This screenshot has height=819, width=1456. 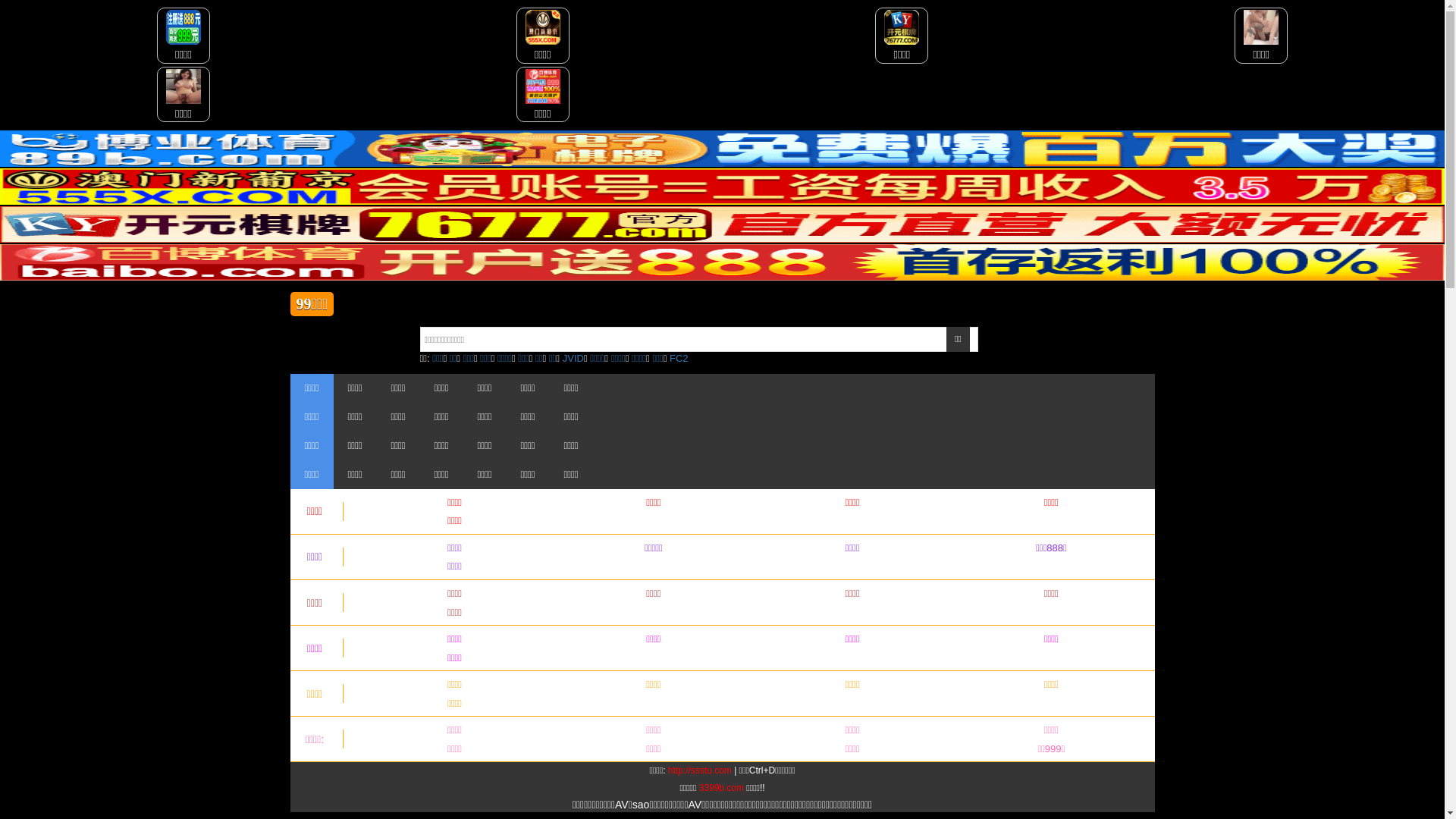 I want to click on 'FC2', so click(x=669, y=358).